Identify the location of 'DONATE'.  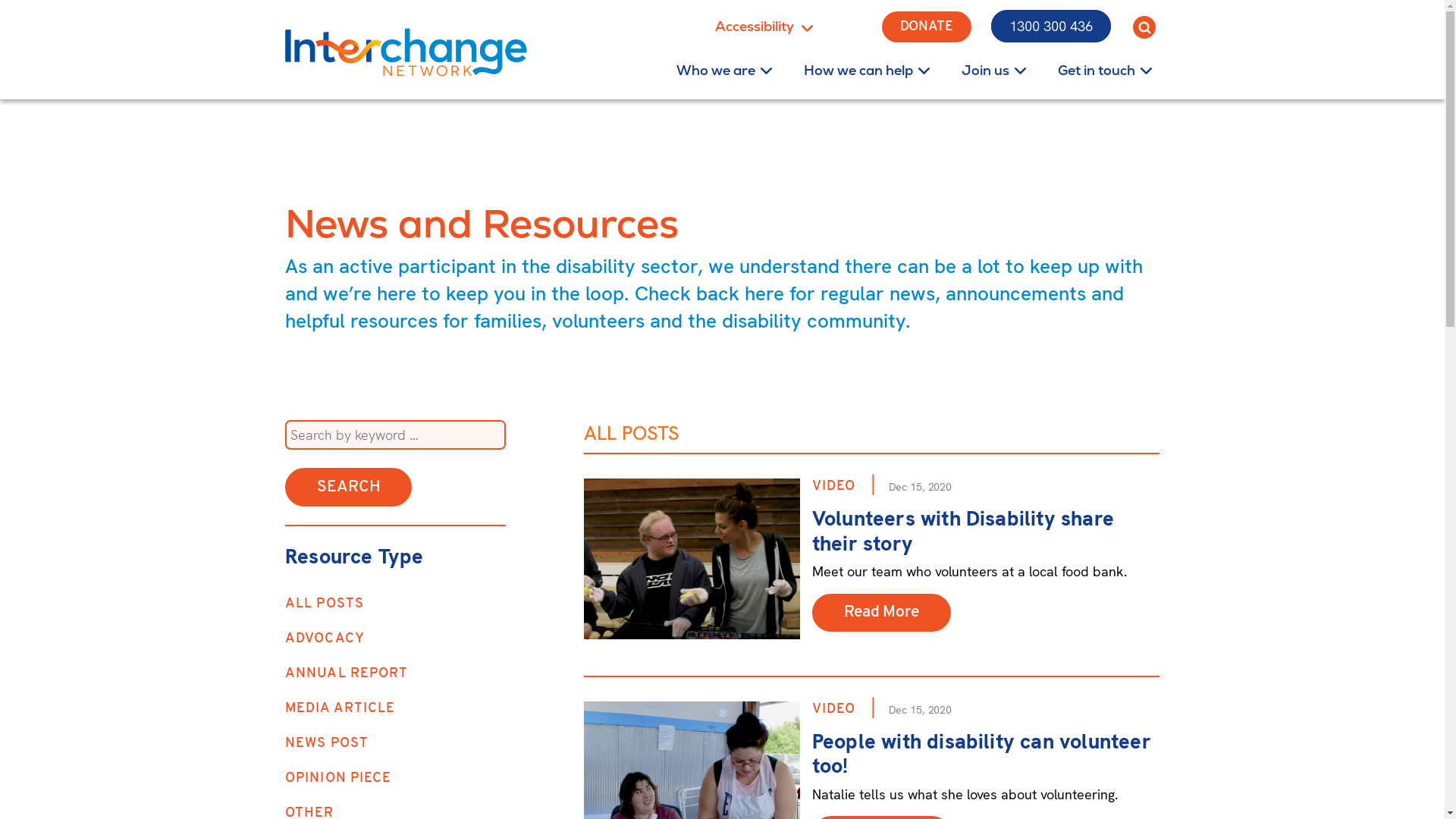
(926, 26).